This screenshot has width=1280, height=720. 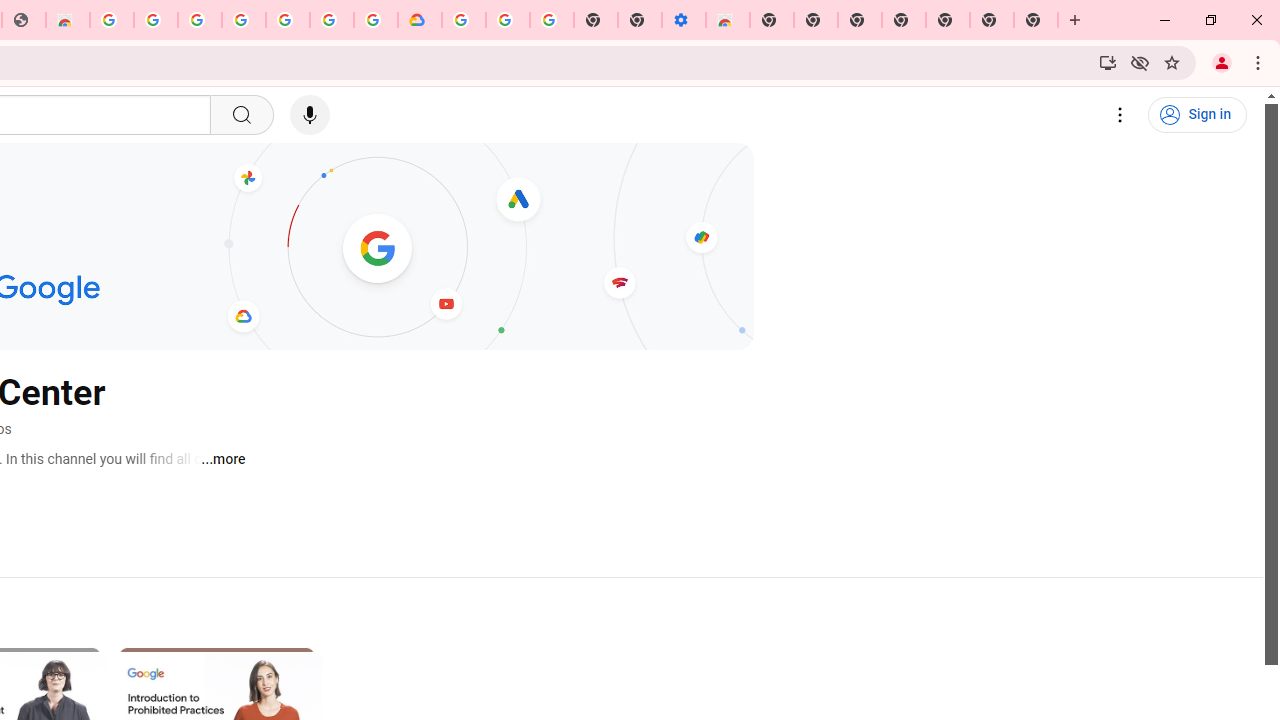 What do you see at coordinates (1036, 20) in the screenshot?
I see `'New Tab'` at bounding box center [1036, 20].